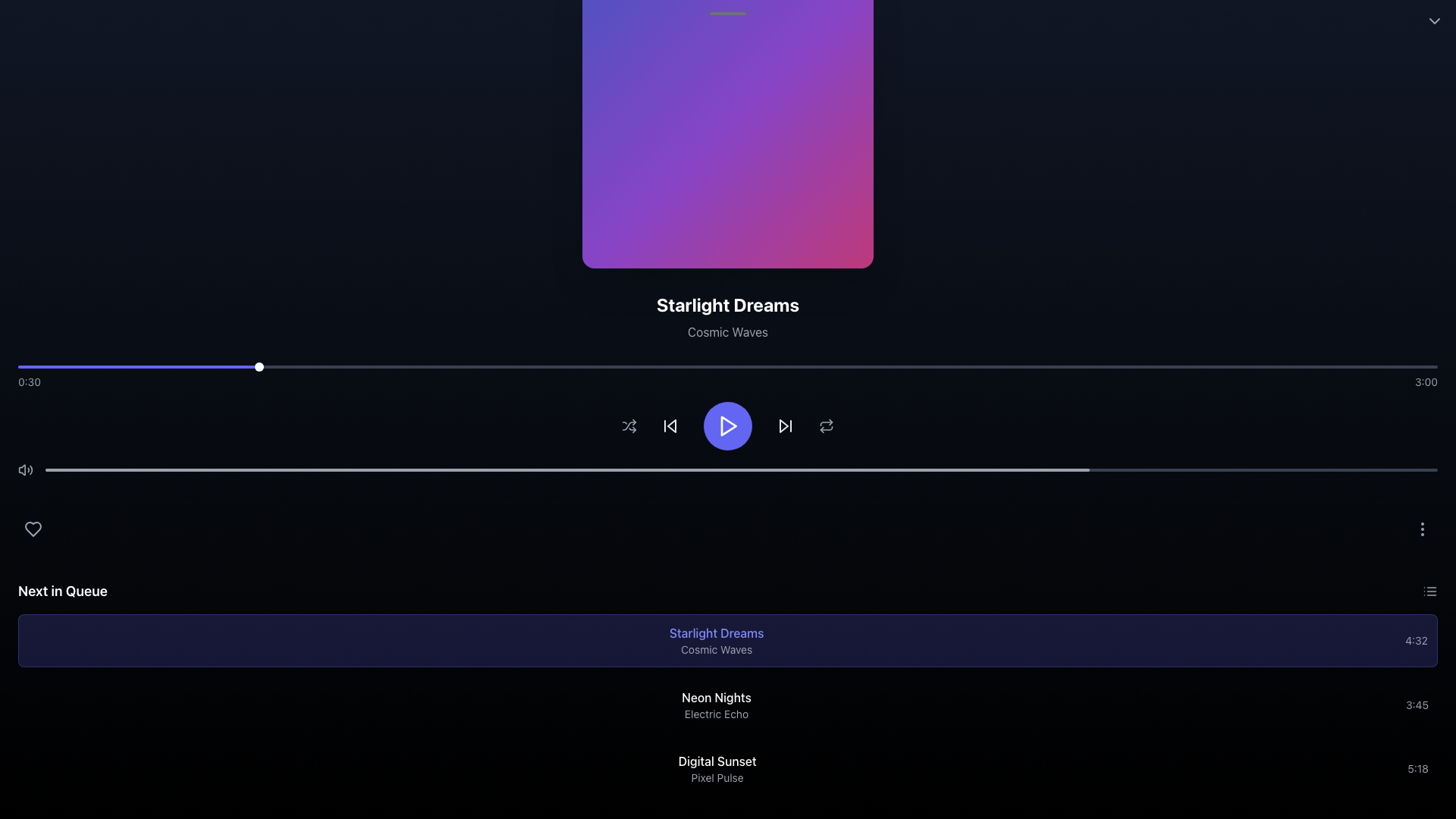 Image resolution: width=1456 pixels, height=819 pixels. Describe the element at coordinates (1422, 529) in the screenshot. I see `the ellipsis vertical icon located in the bottom-right section of the interface` at that location.